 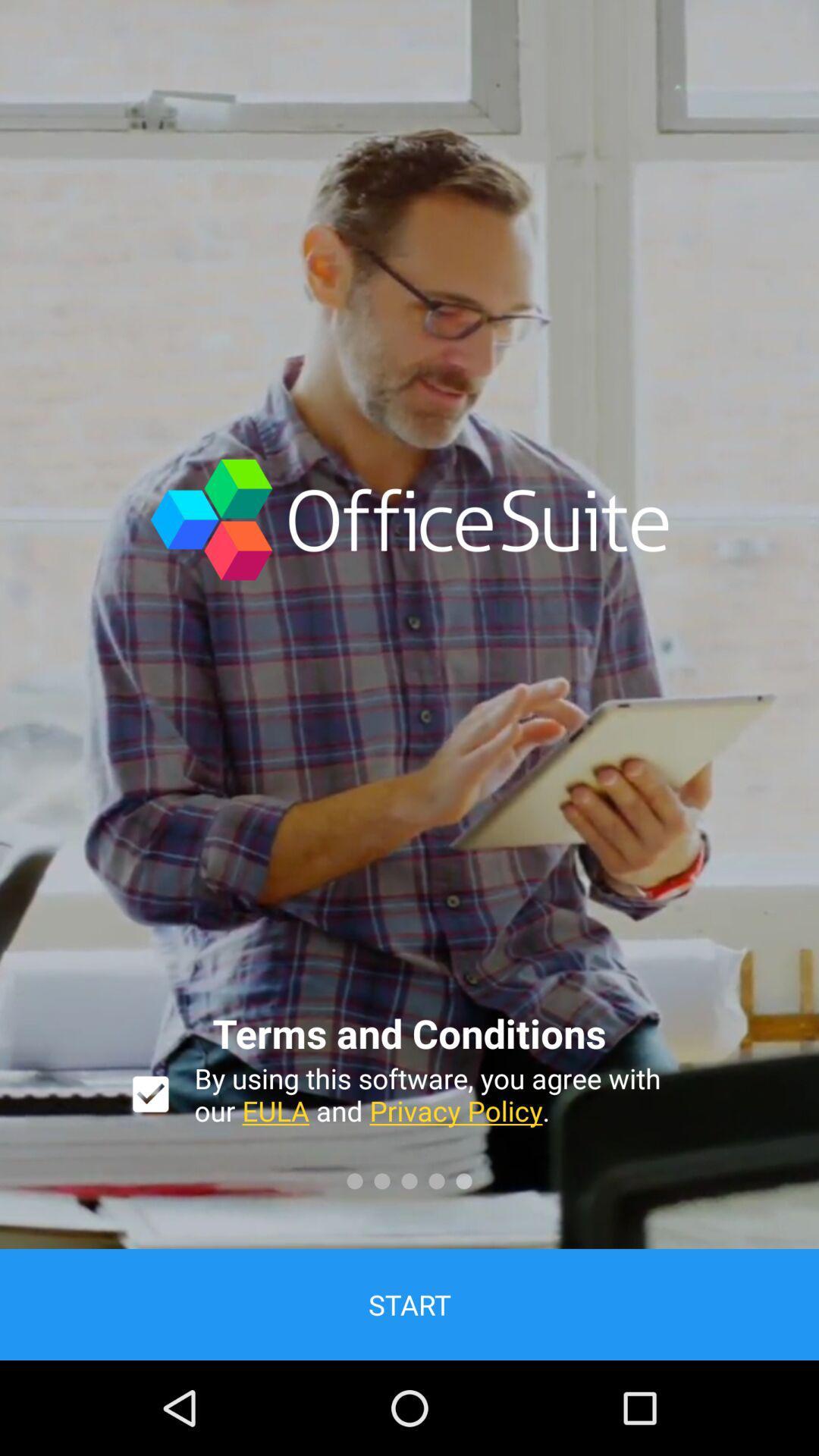 I want to click on the second circle which is above start button on page, so click(x=381, y=1180).